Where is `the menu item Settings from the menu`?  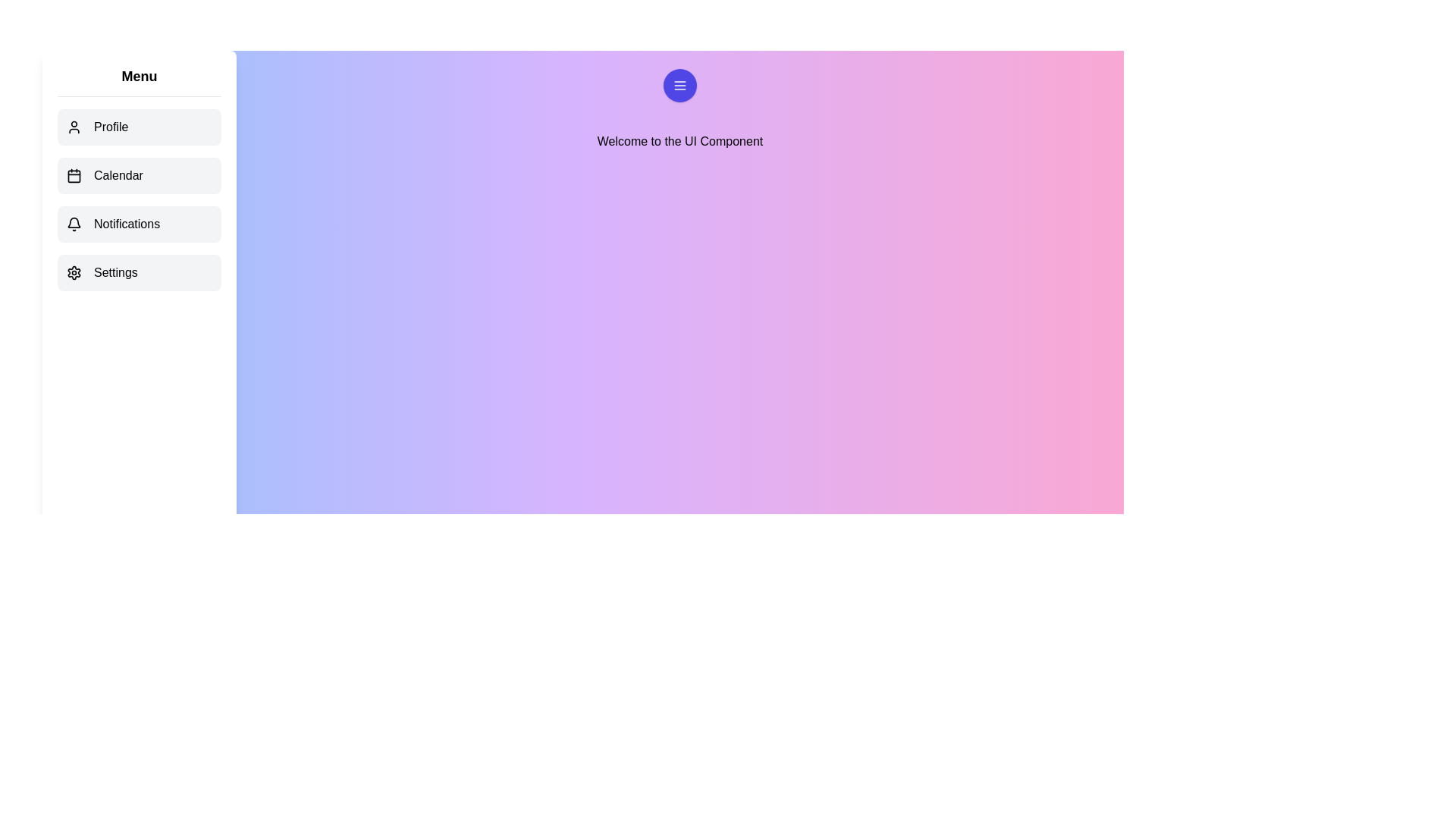
the menu item Settings from the menu is located at coordinates (139, 271).